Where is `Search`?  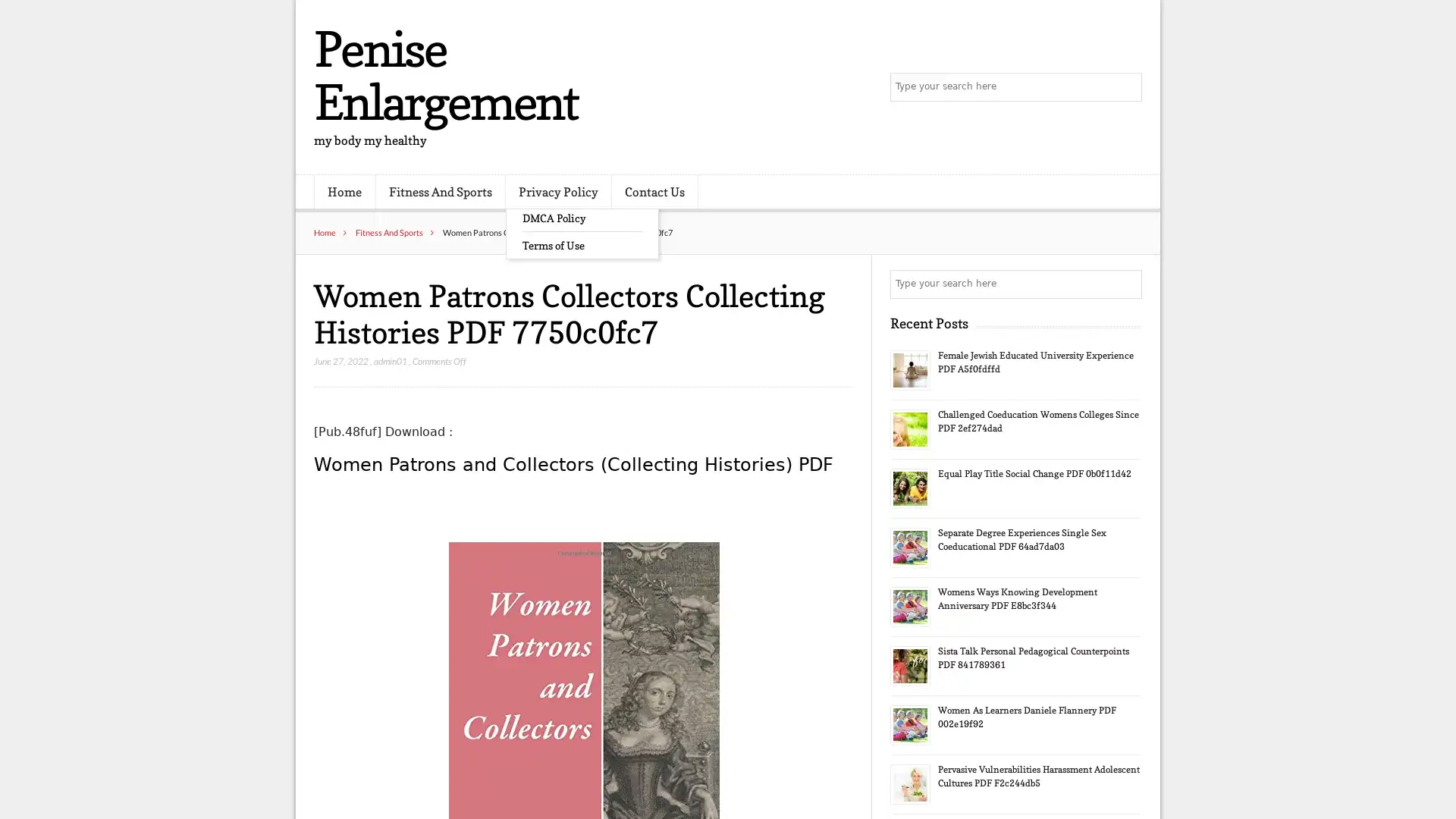 Search is located at coordinates (1126, 87).